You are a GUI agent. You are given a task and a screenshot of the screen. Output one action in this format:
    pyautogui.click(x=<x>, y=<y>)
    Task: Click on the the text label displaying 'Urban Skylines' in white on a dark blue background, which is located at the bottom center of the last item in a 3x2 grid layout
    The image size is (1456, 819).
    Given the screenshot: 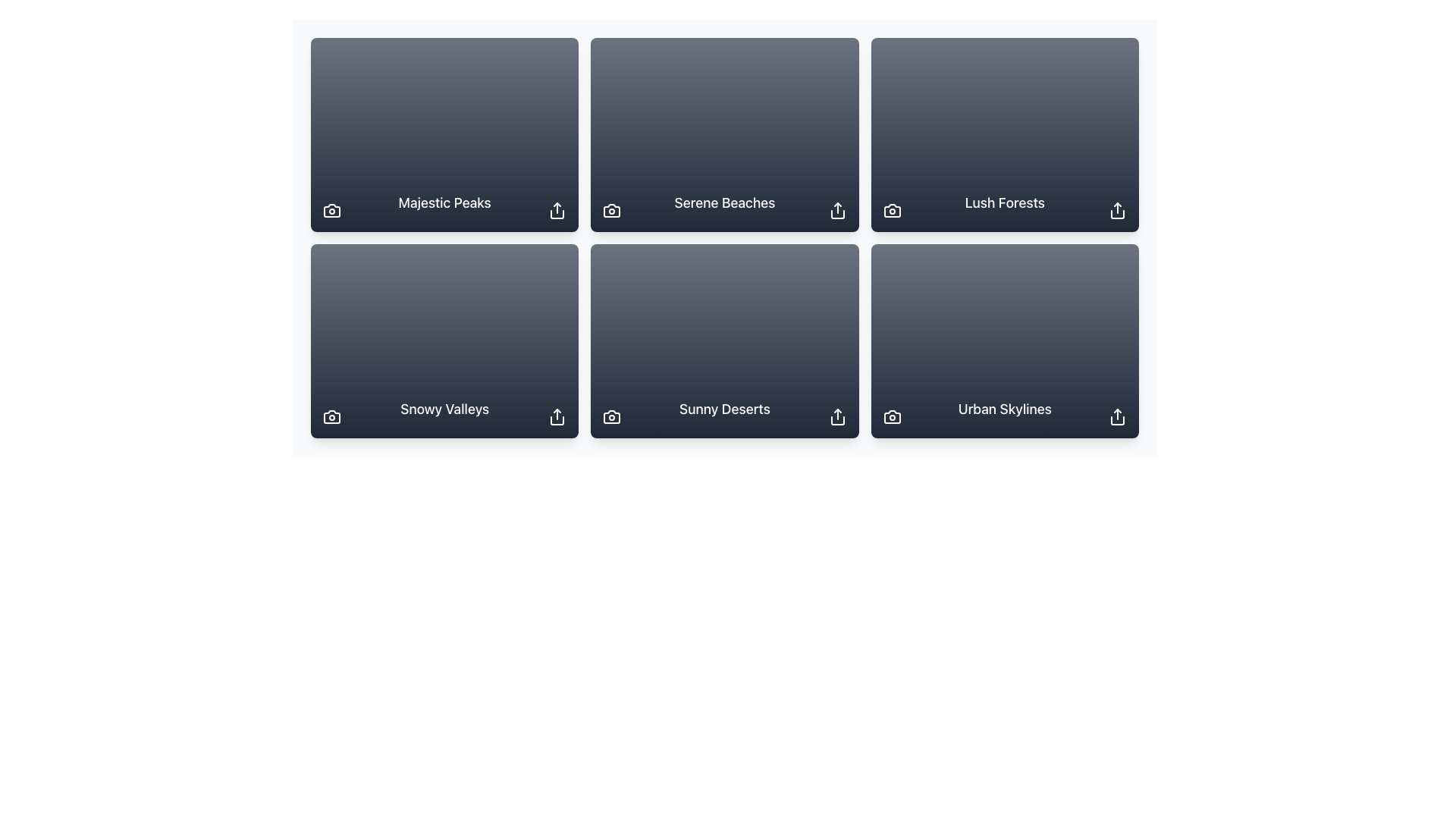 What is the action you would take?
    pyautogui.click(x=1005, y=409)
    